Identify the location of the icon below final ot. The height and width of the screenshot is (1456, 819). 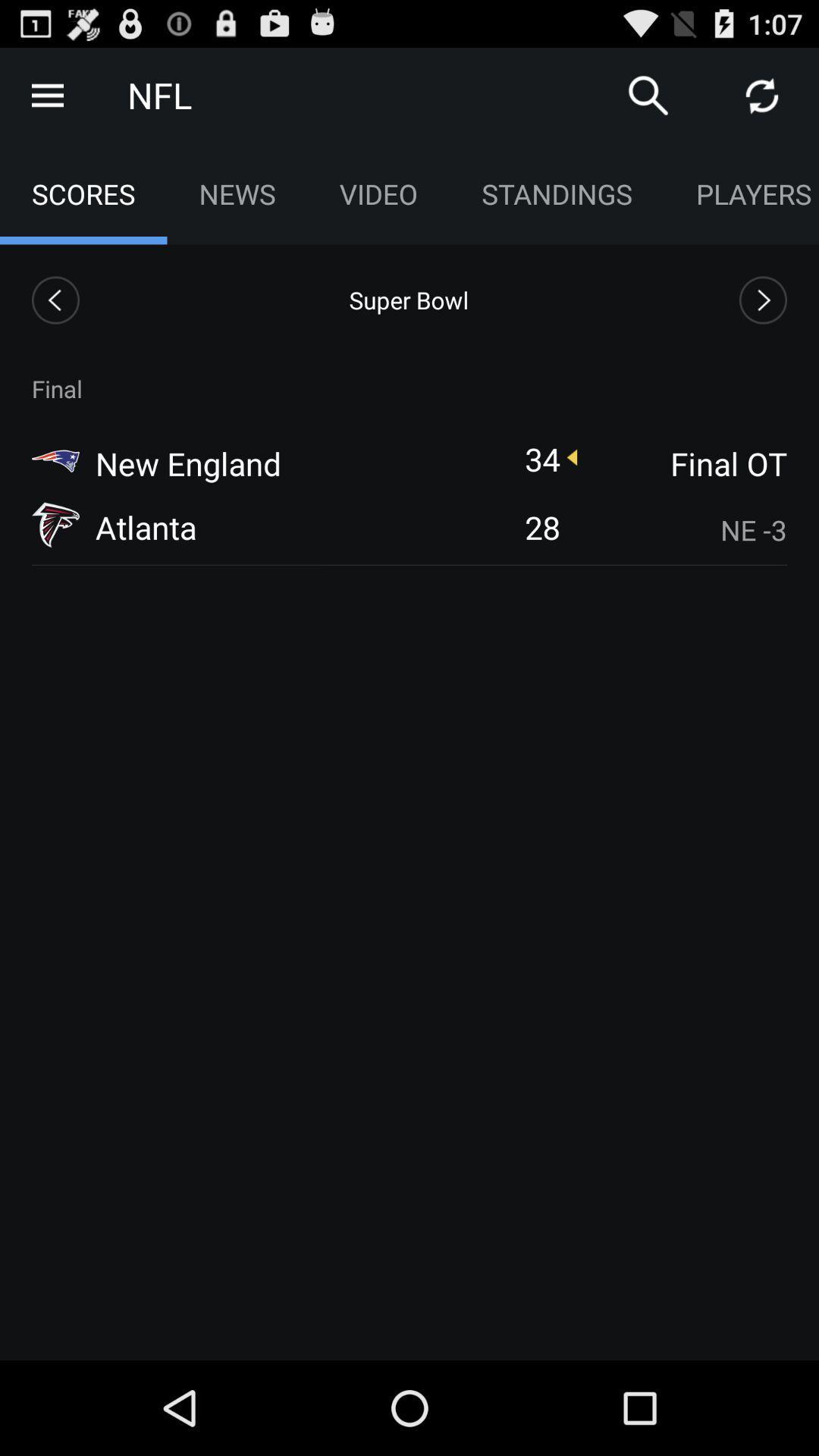
(683, 530).